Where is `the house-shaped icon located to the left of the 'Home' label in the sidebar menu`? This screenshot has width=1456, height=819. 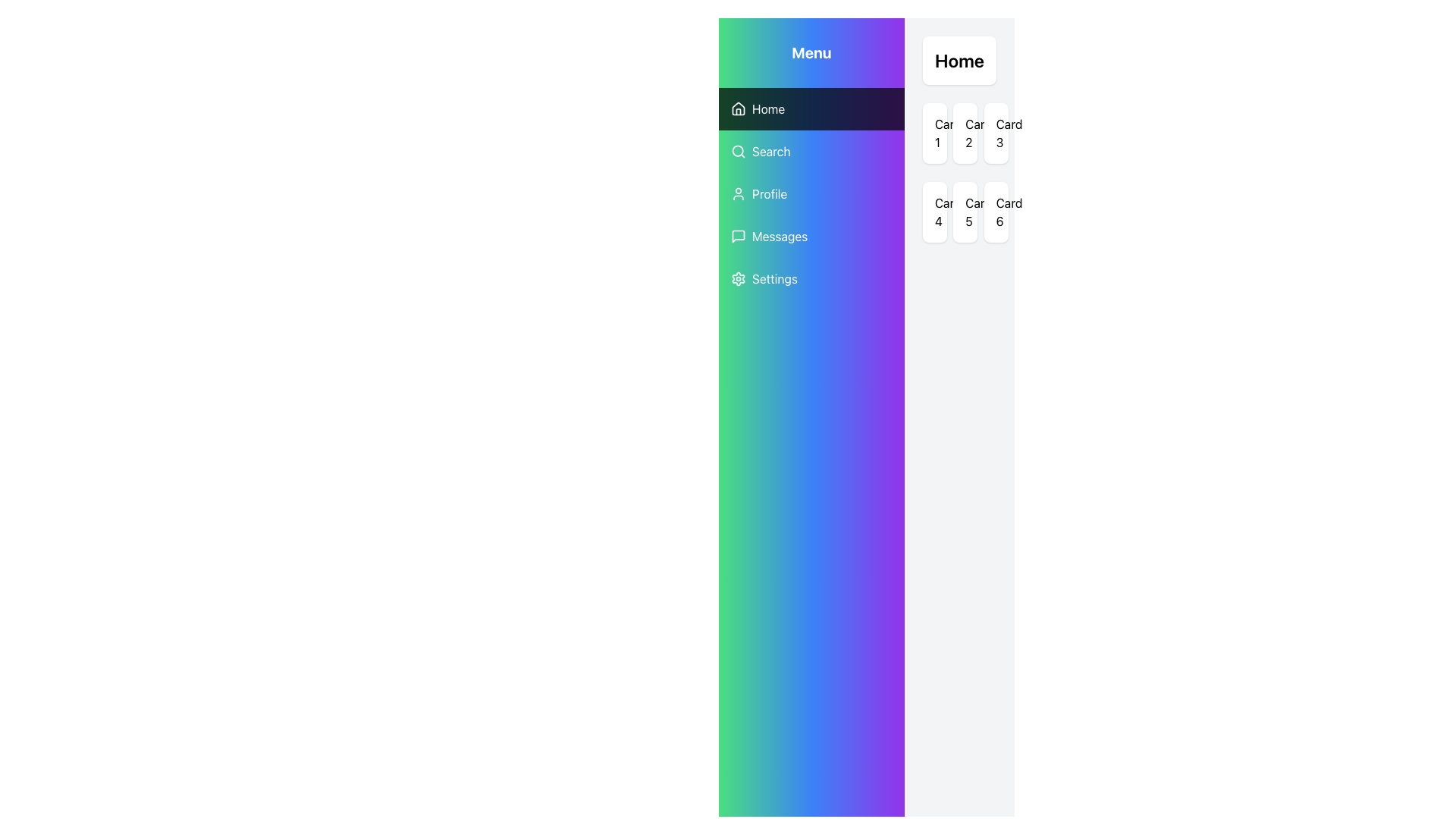 the house-shaped icon located to the left of the 'Home' label in the sidebar menu is located at coordinates (739, 108).